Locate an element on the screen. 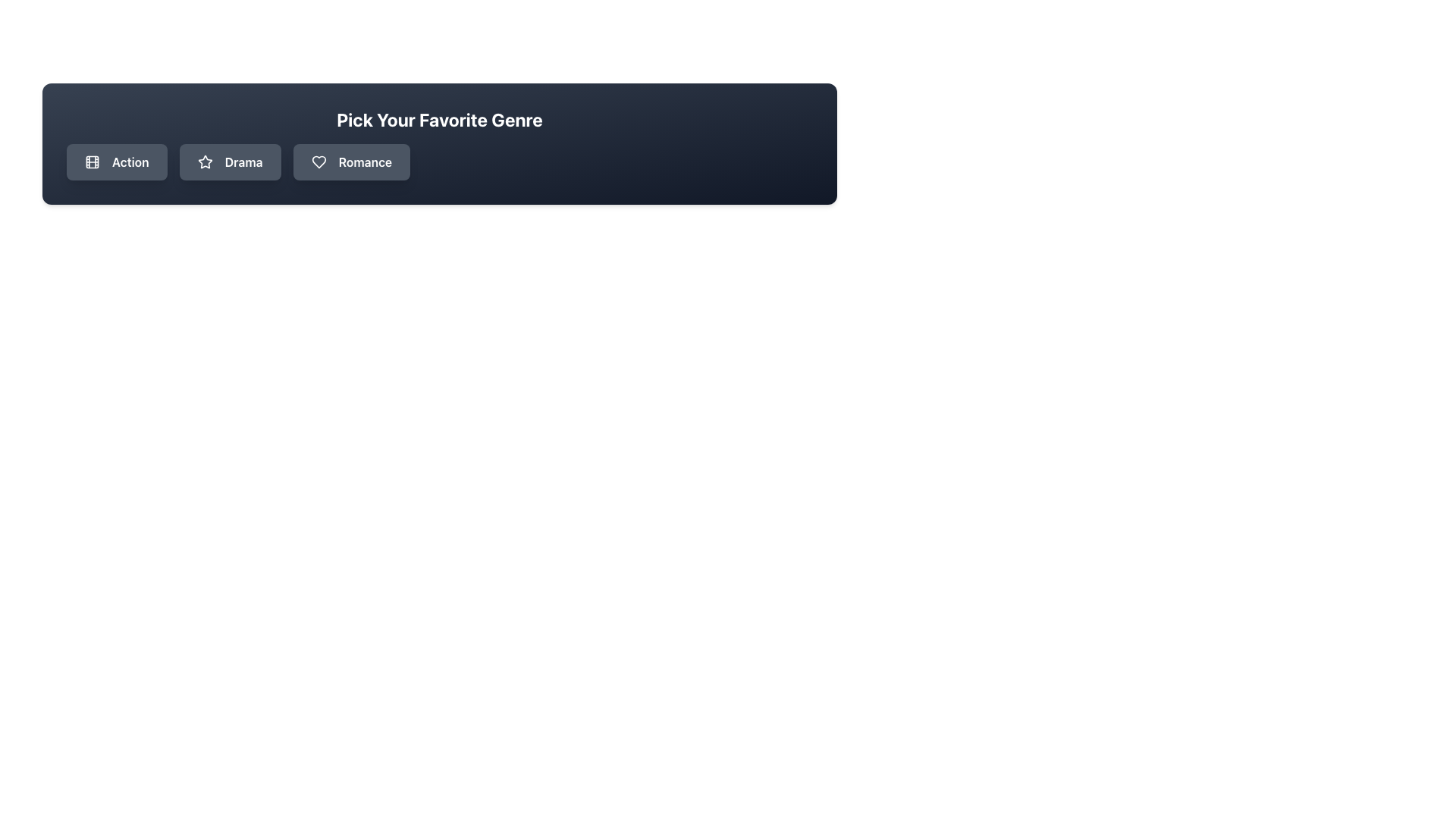 This screenshot has height=819, width=1456. the 'Action' button, which is a rectangular button with rounded corners, displaying an icon of a filmstrip and the text 'Action' in white is located at coordinates (116, 162).